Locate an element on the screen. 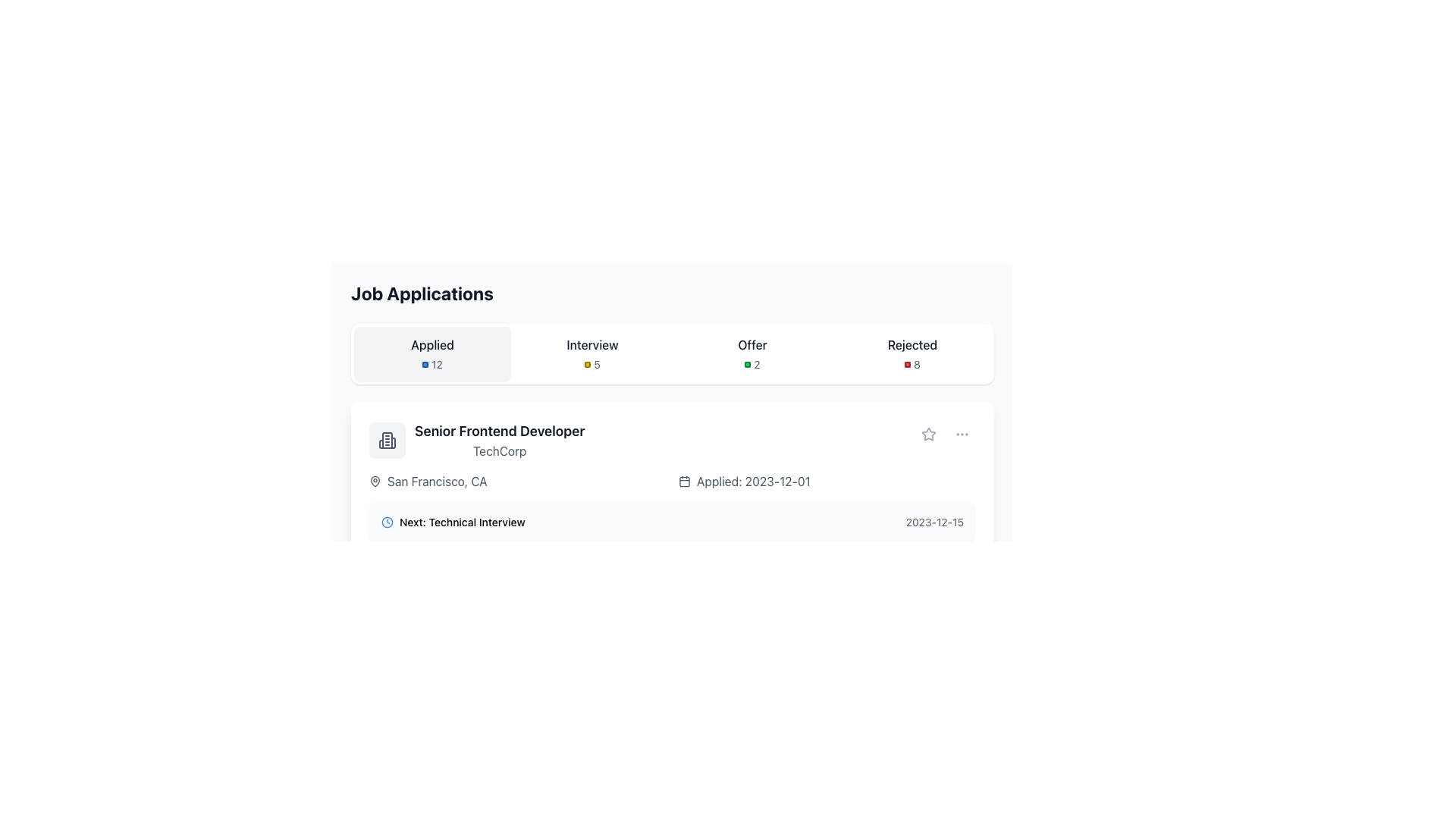  the small blue outline clock icon located to the left of the 'Next: Technical Interview' text in the job application module is located at coordinates (387, 522).